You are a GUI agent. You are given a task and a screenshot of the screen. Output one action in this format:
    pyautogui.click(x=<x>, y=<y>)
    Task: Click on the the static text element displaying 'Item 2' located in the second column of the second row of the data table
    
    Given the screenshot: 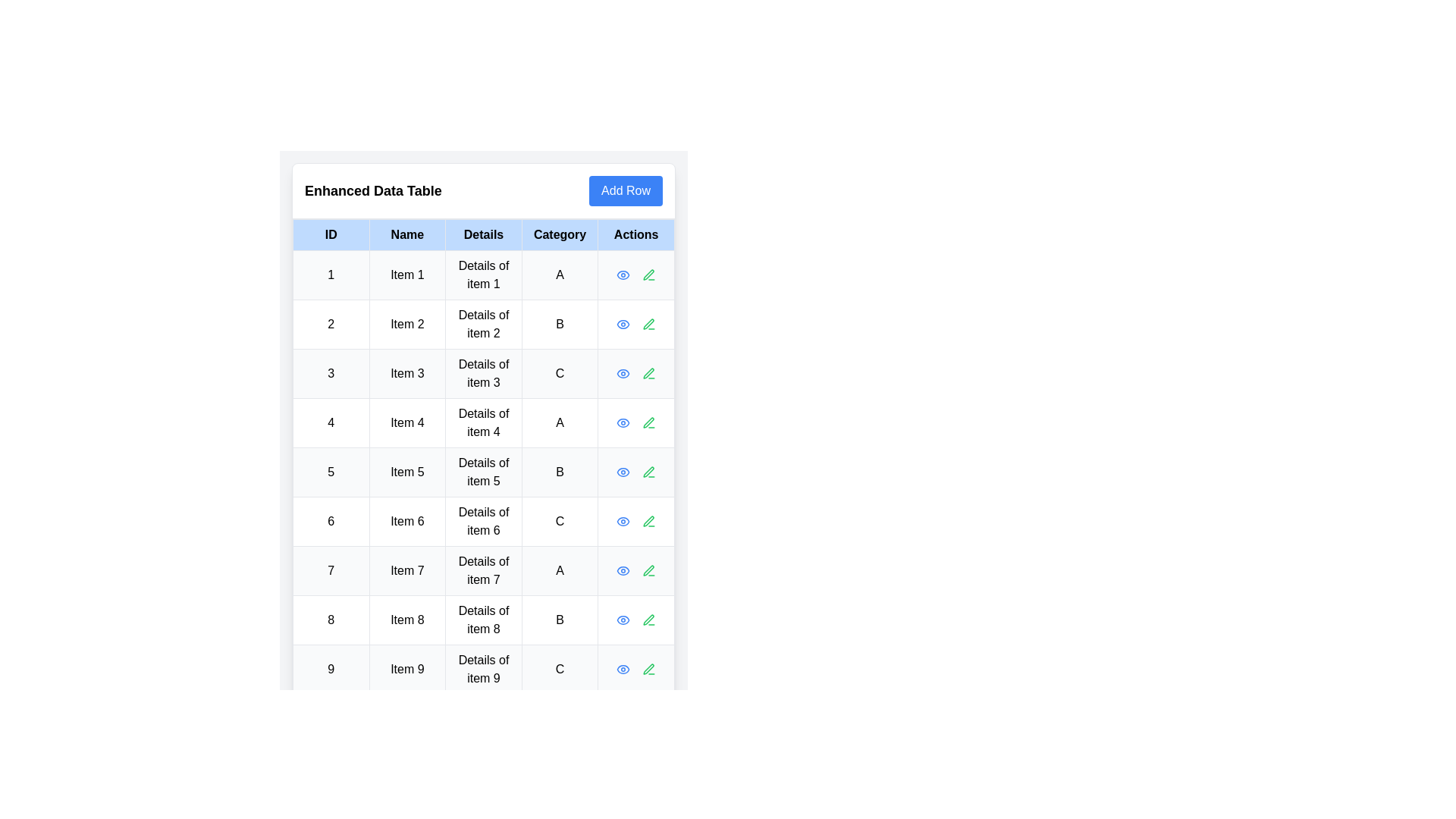 What is the action you would take?
    pyautogui.click(x=407, y=324)
    